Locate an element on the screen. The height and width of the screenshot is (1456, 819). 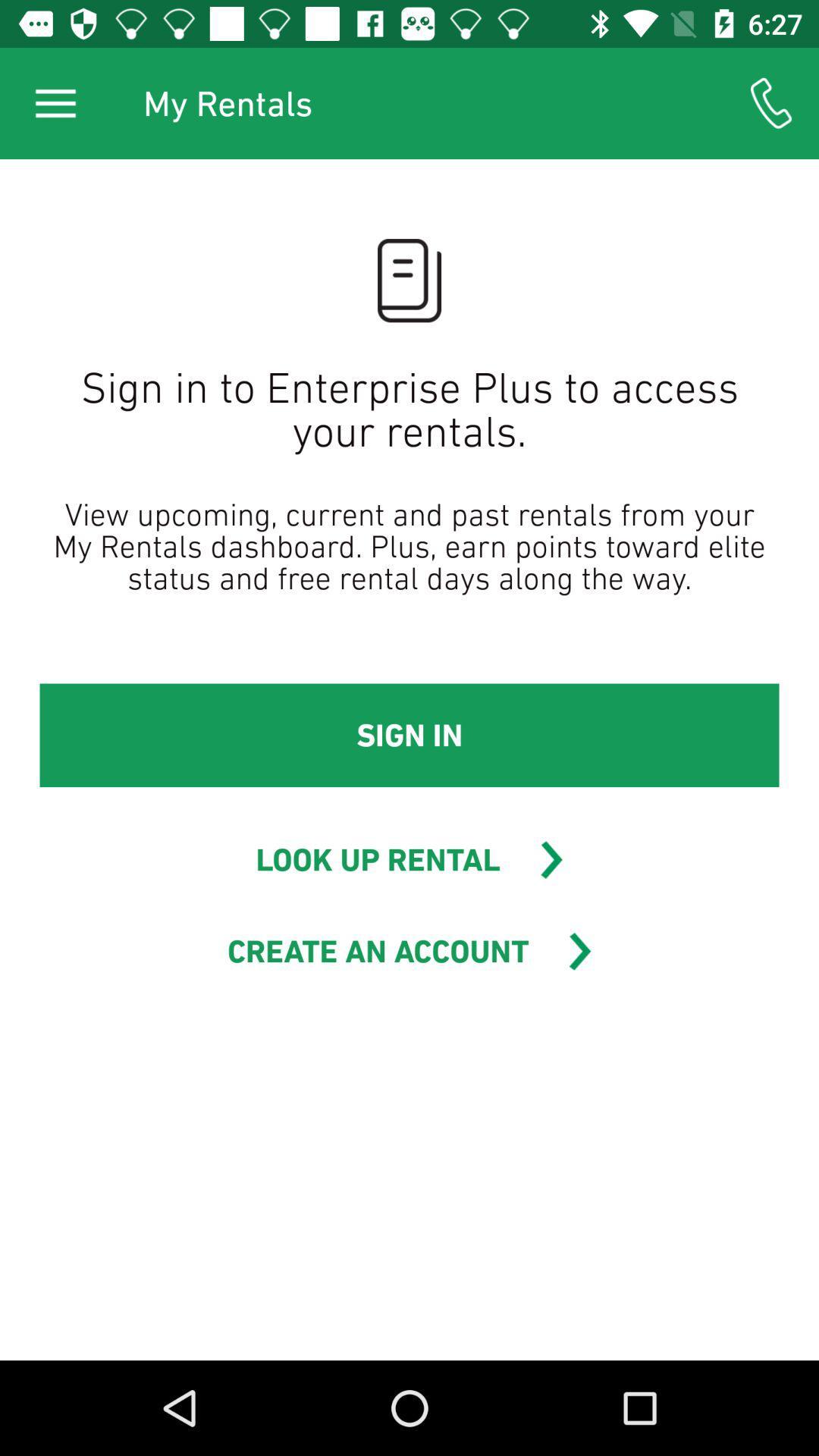
the icon above sign in to is located at coordinates (55, 102).